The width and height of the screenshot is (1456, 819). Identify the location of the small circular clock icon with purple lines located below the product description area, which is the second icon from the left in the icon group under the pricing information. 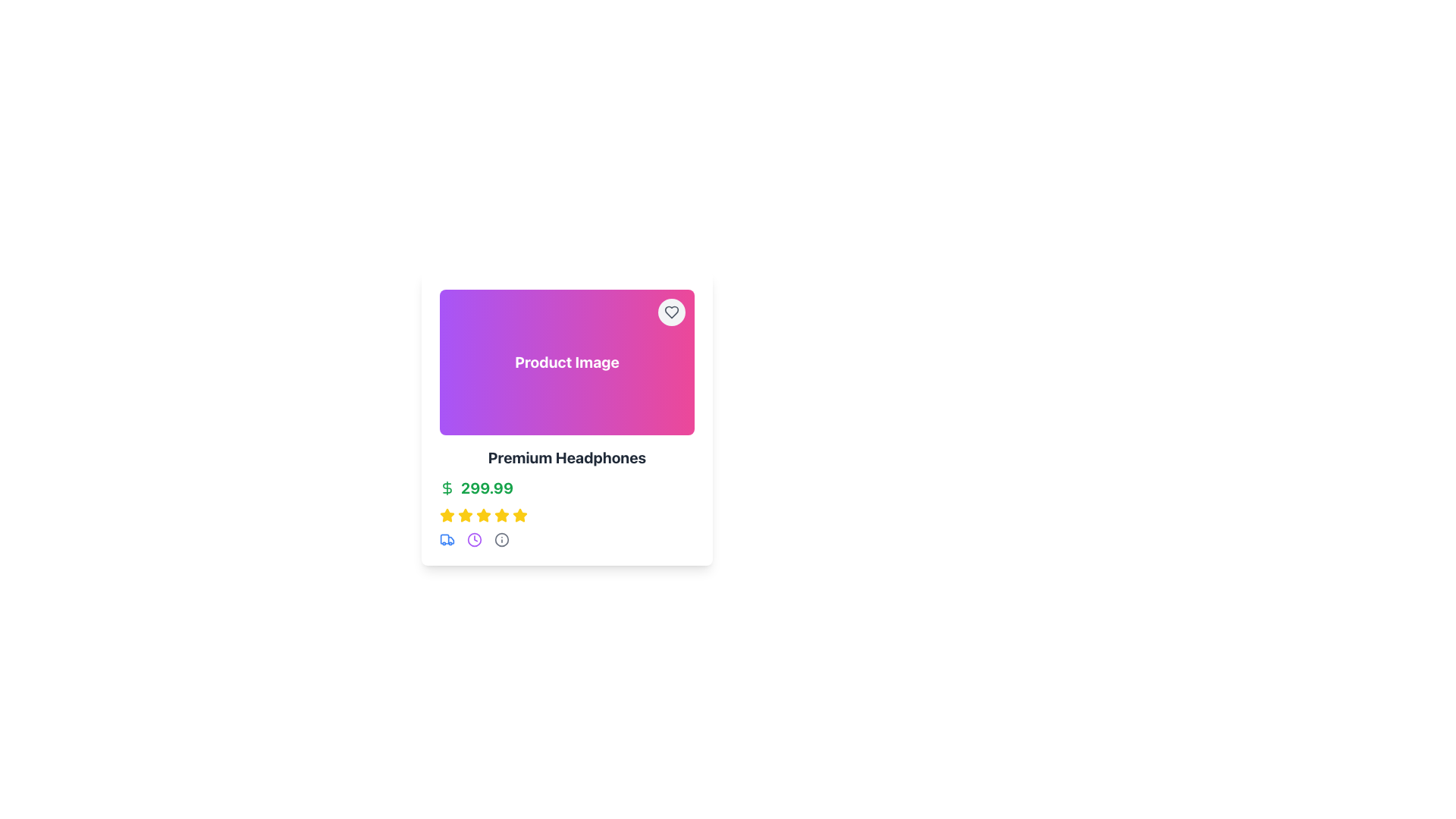
(473, 539).